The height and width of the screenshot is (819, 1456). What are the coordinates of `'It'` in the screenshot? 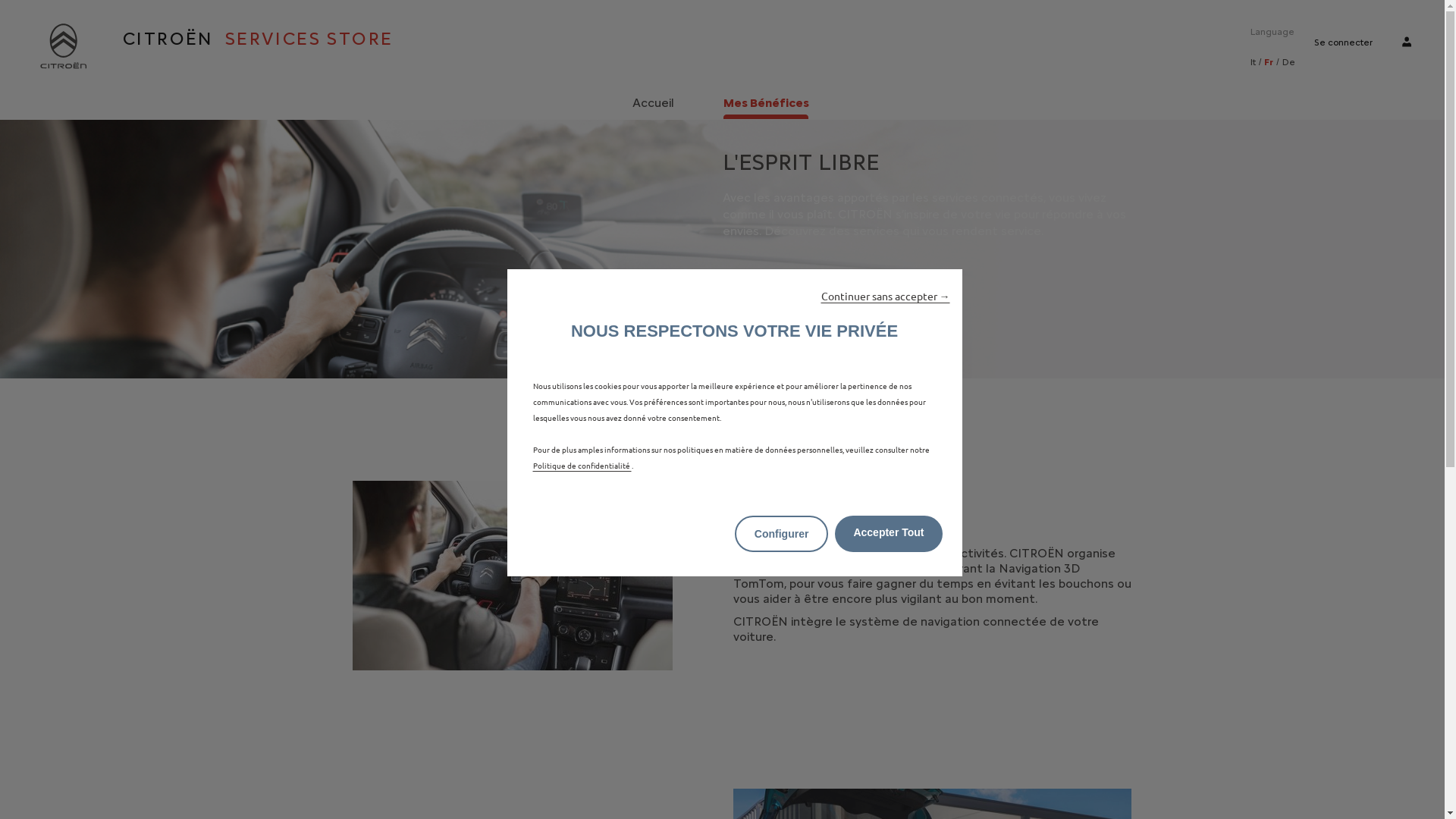 It's located at (1253, 61).